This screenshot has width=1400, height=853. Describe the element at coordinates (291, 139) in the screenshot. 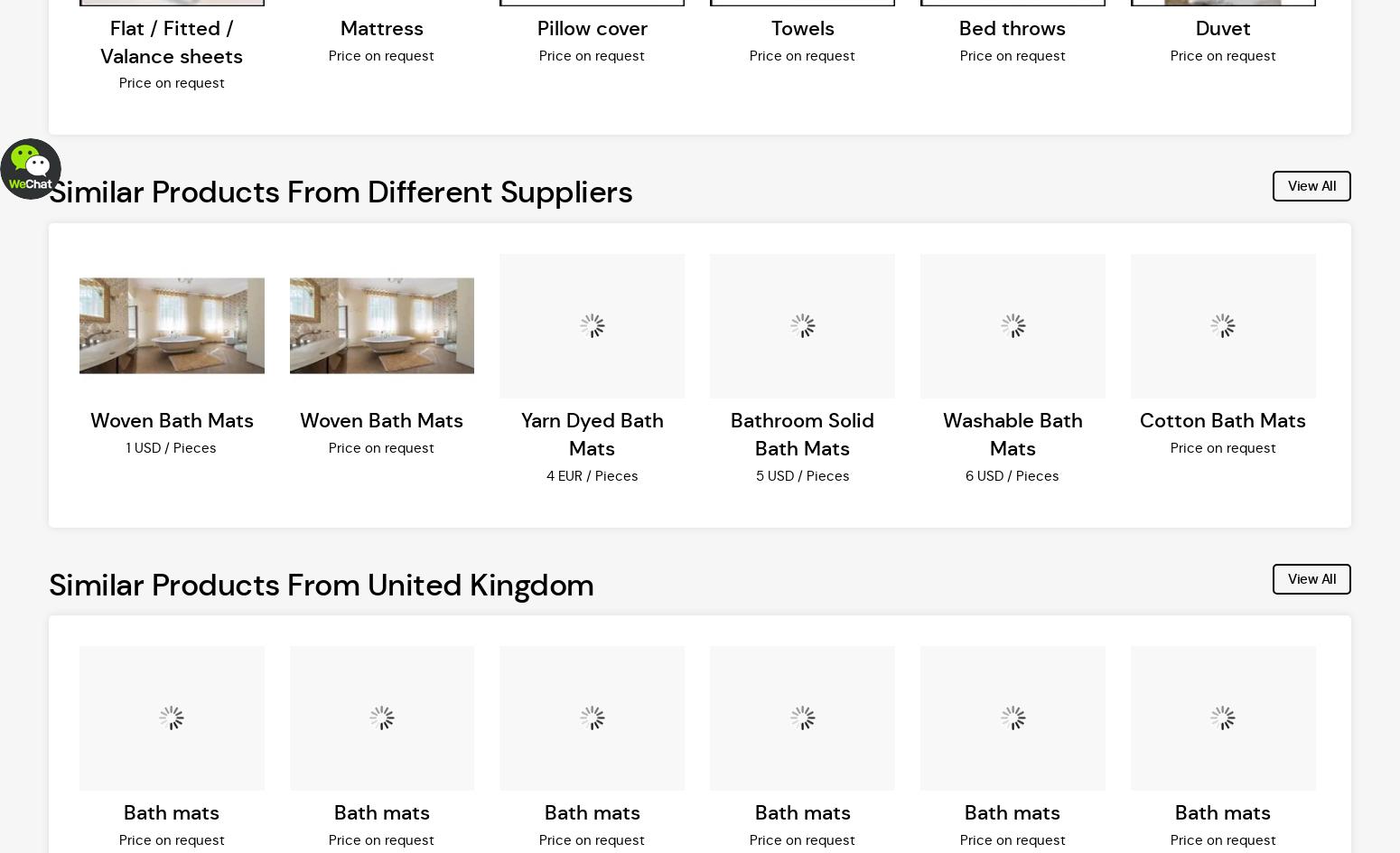

I see `'Cookie Policy'` at that location.